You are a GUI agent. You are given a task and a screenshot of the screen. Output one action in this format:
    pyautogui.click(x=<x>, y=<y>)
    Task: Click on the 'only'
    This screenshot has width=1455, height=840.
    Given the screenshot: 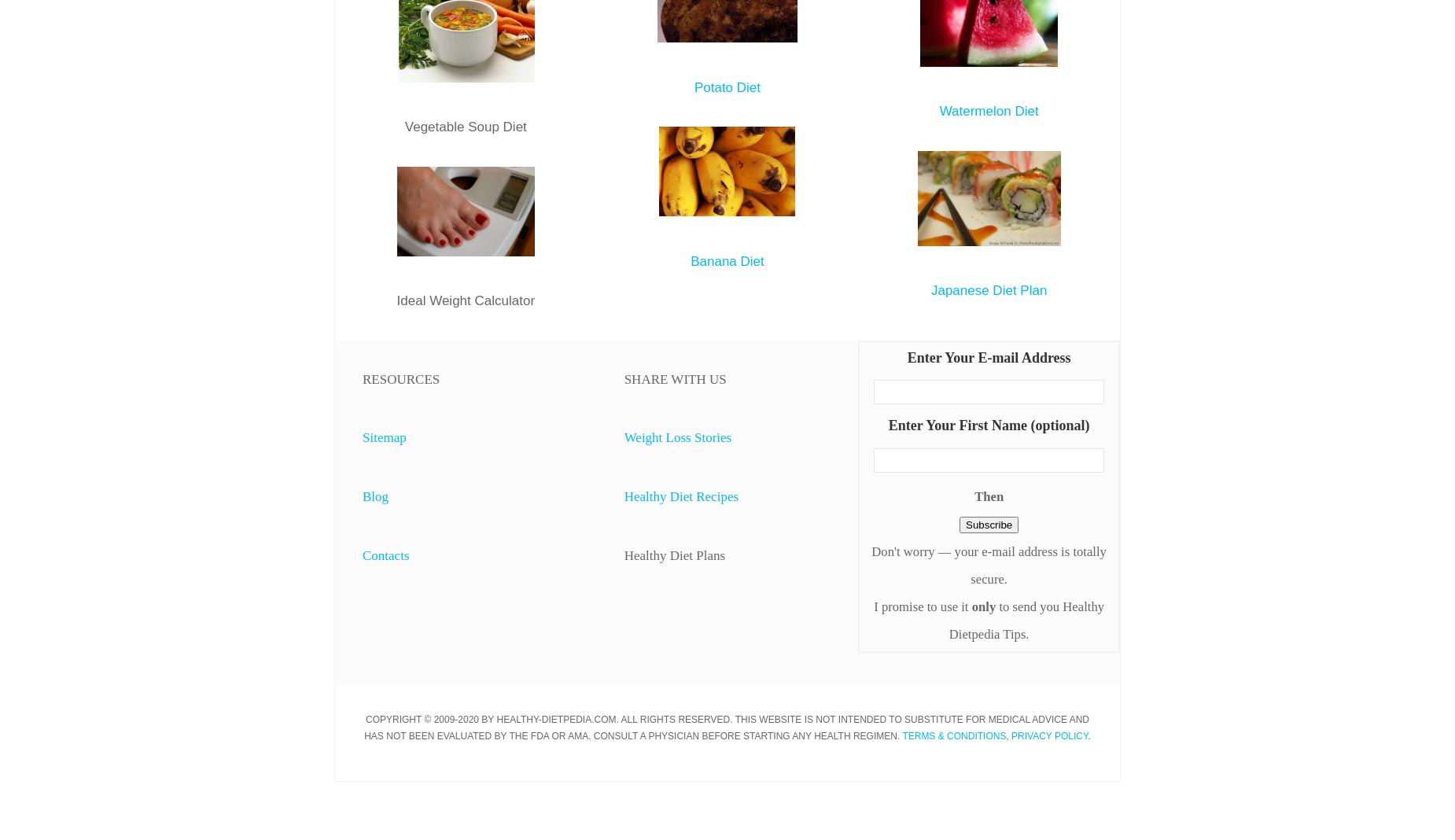 What is the action you would take?
    pyautogui.click(x=971, y=606)
    